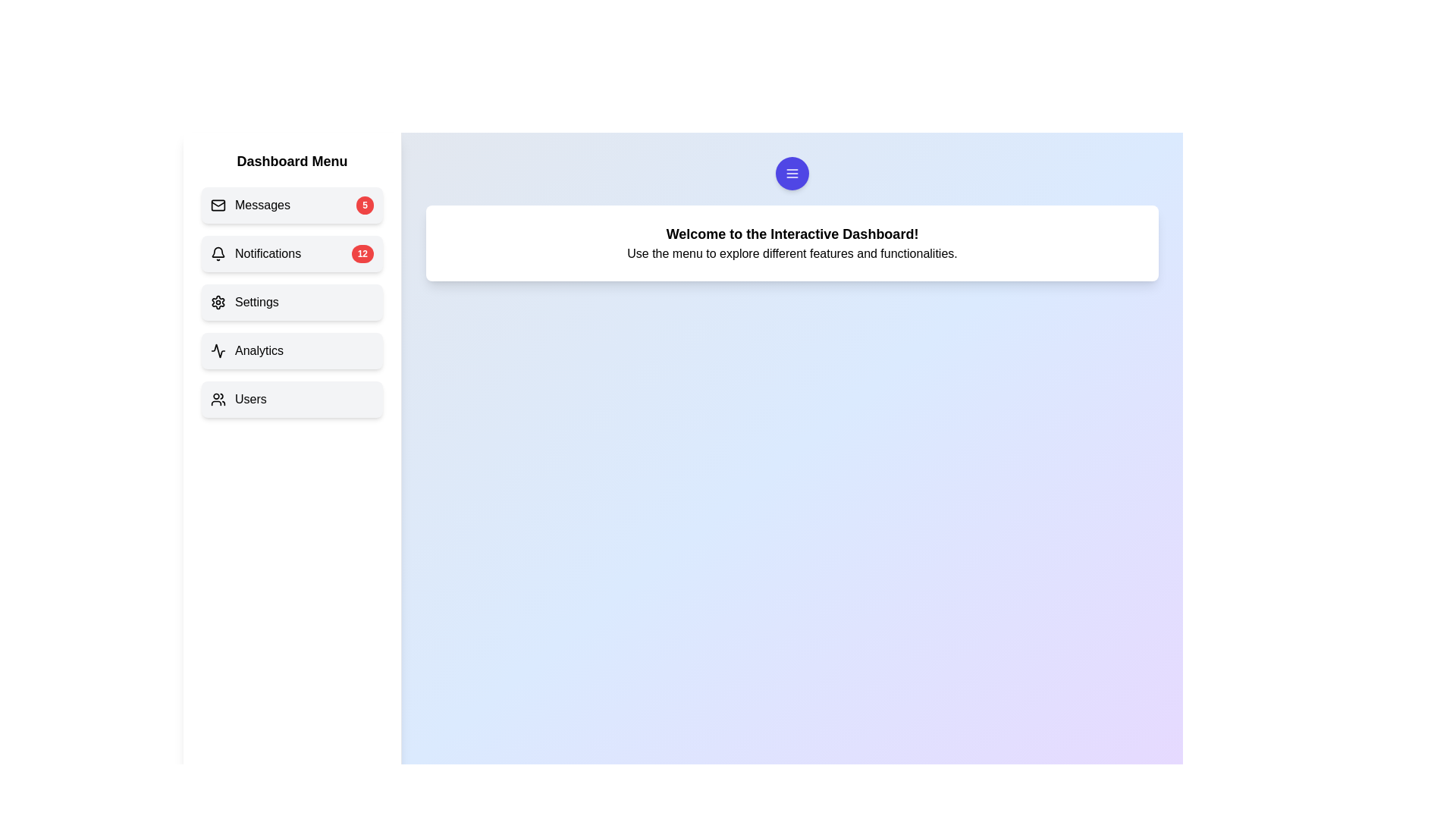  What do you see at coordinates (792, 172) in the screenshot?
I see `the menu button to toggle the drawer` at bounding box center [792, 172].